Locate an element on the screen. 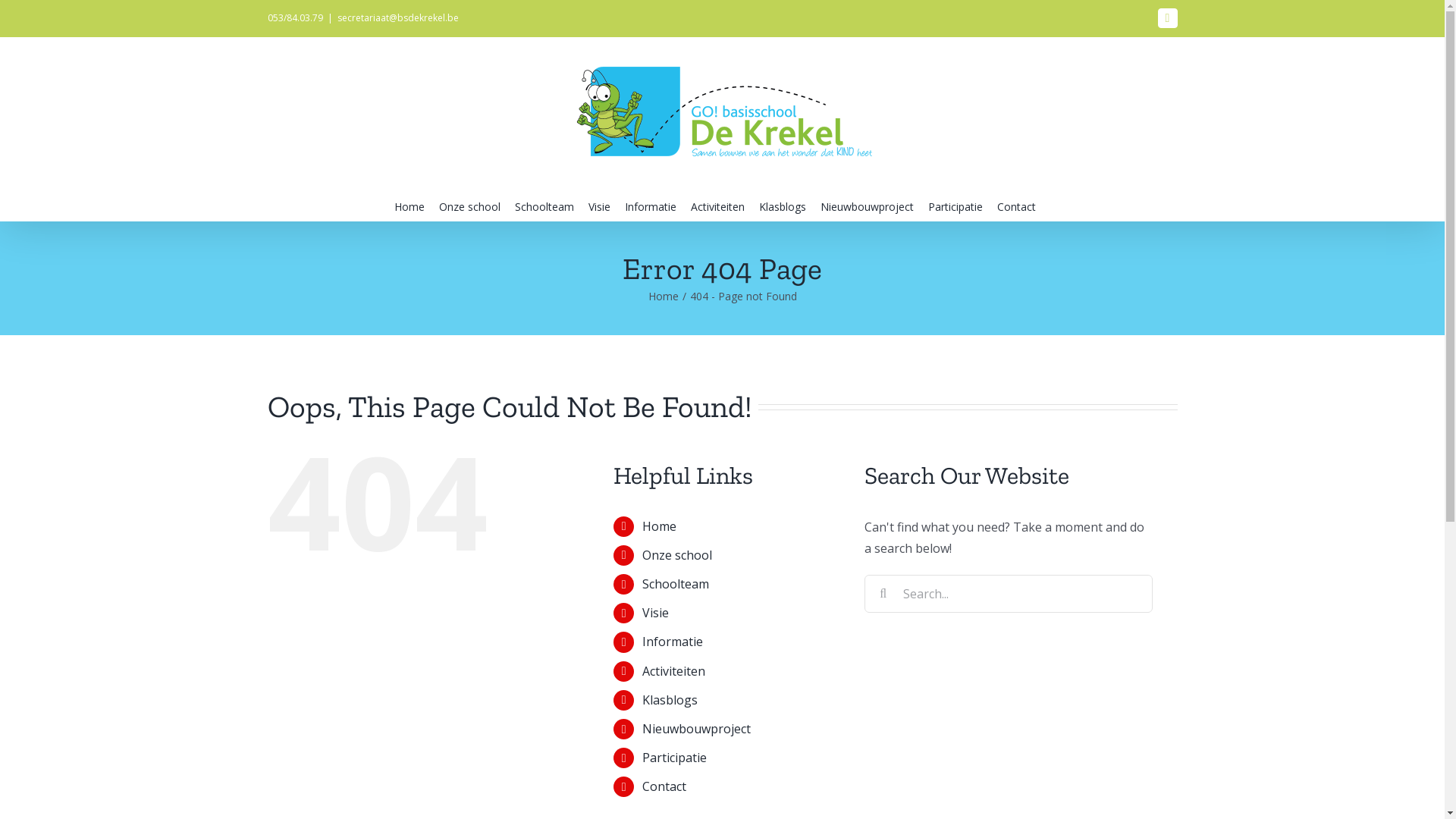  'Informatie' is located at coordinates (672, 641).